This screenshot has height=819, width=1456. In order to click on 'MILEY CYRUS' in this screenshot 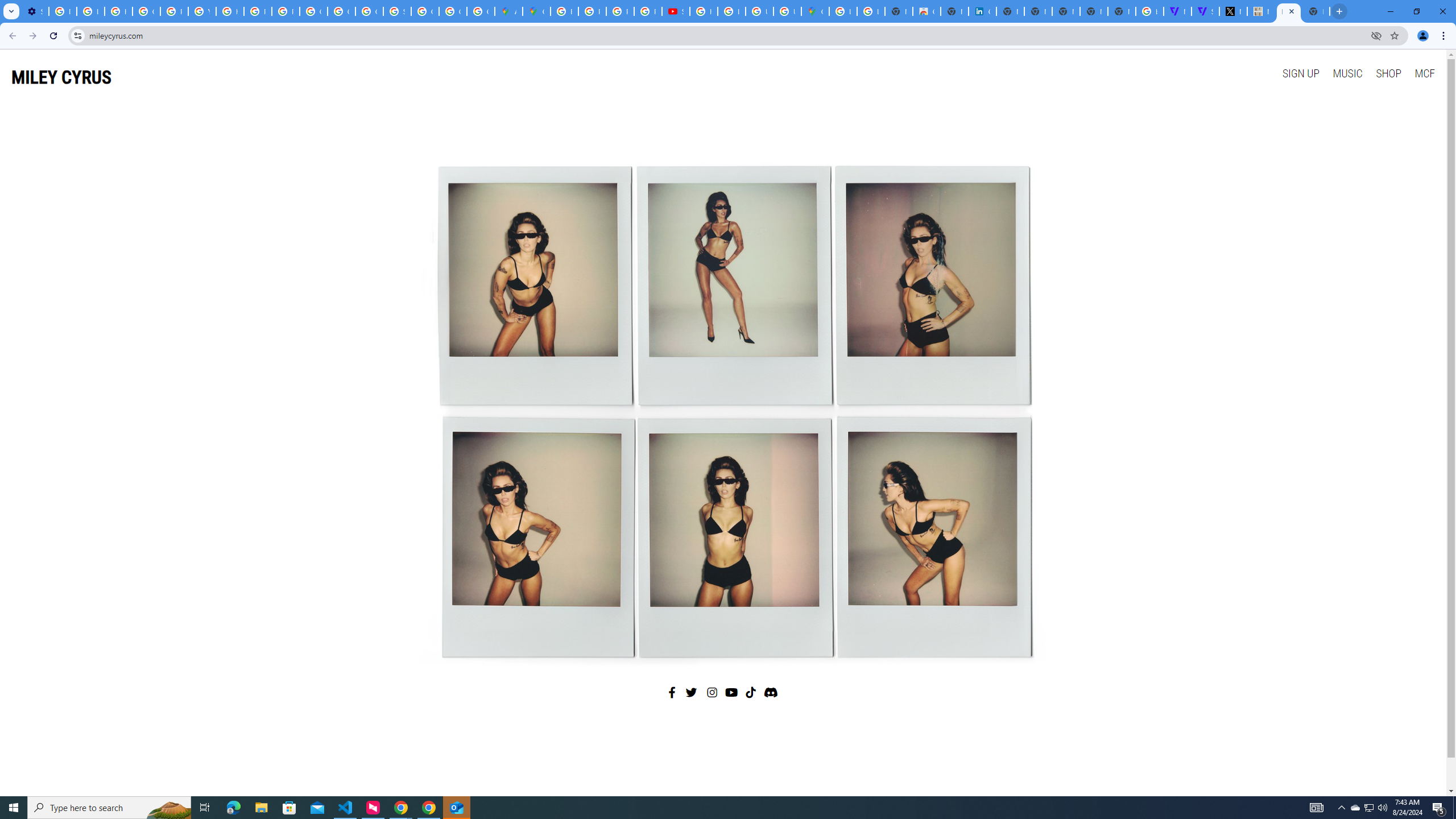, I will do `click(61, 77)`.